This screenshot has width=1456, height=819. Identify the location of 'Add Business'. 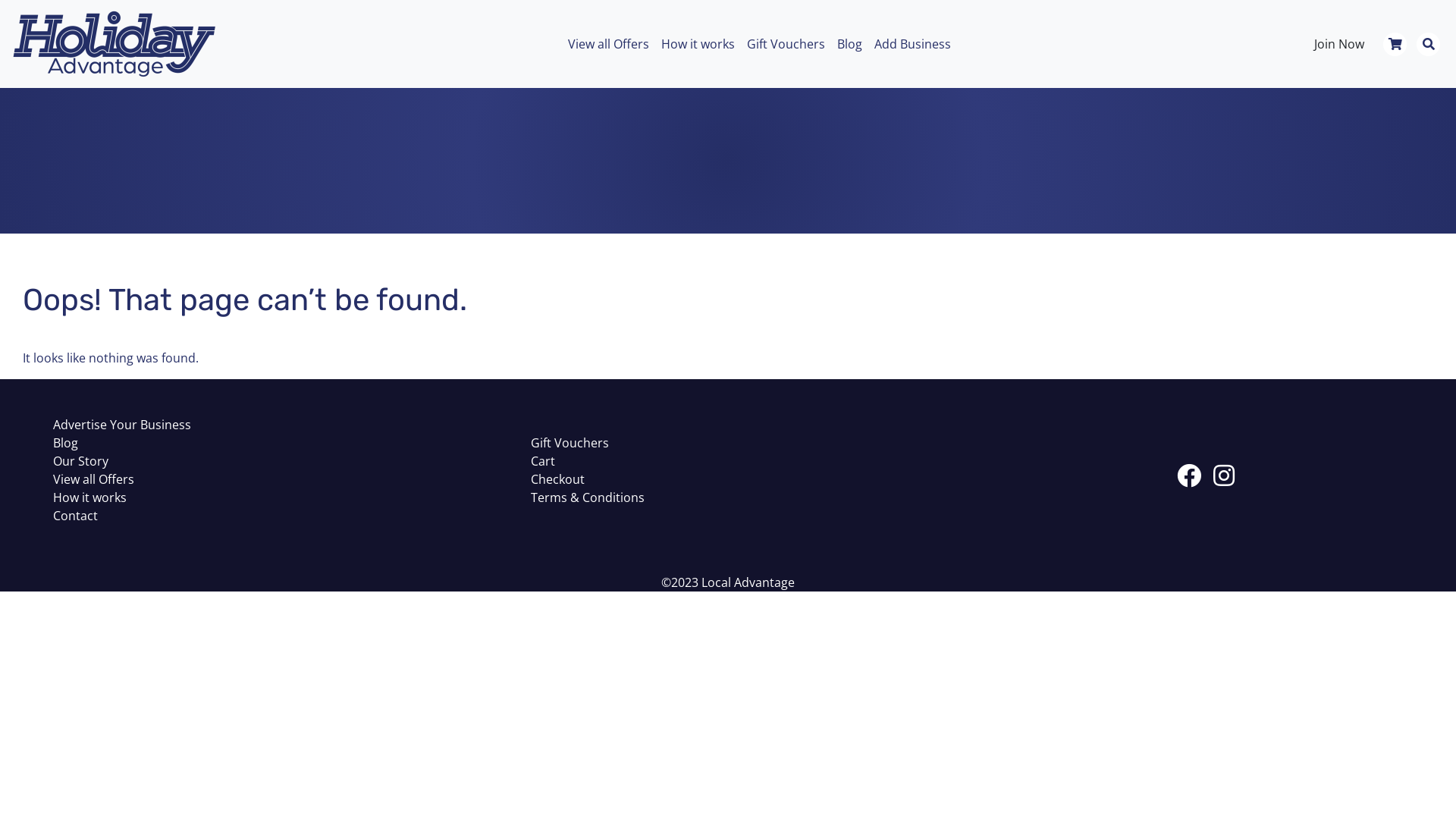
(911, 42).